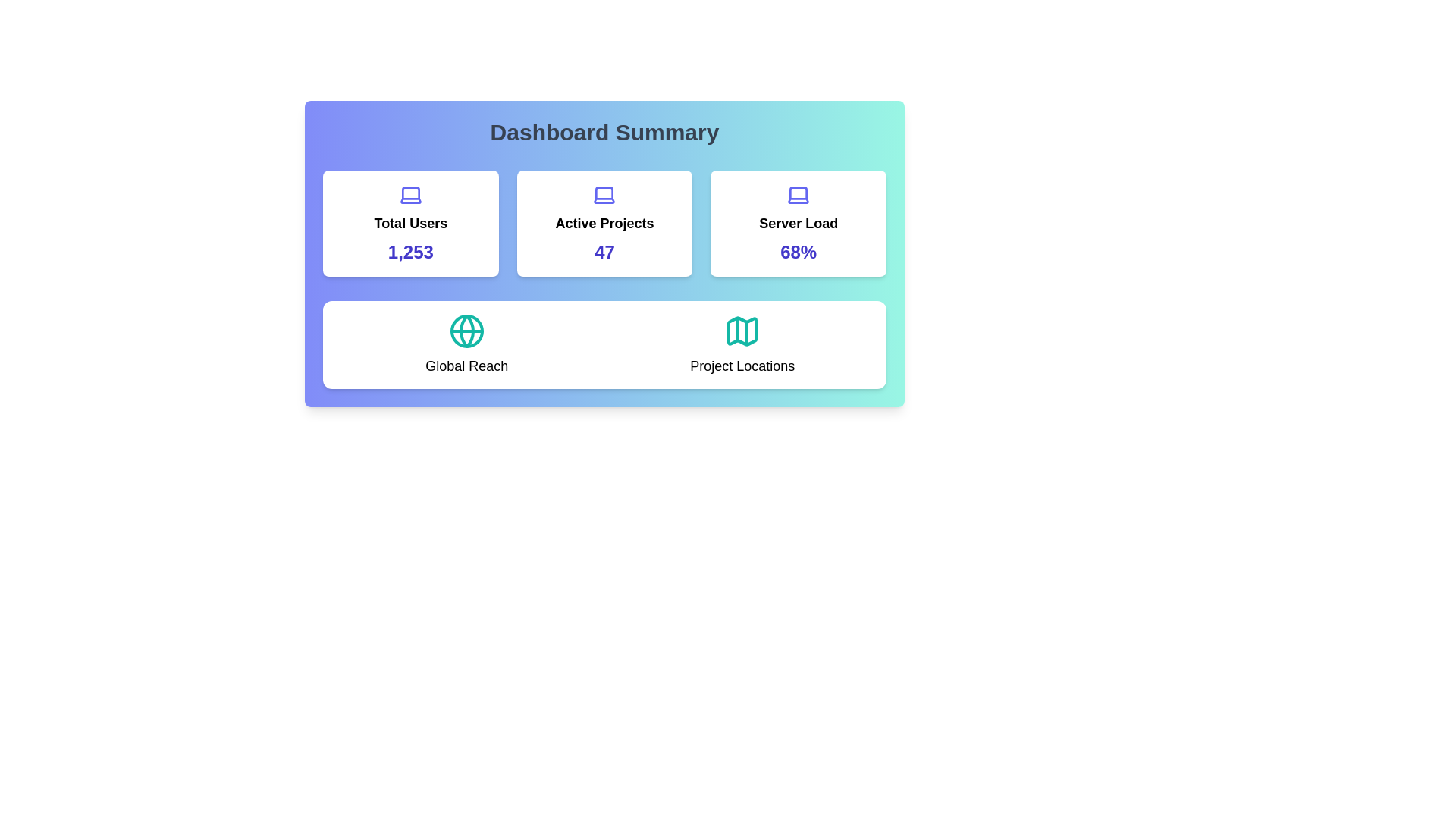 The width and height of the screenshot is (1456, 819). I want to click on the 'Project Locations' icon located at the bottom-right corner of the dashboard, positioned above the text label 'Project Locations', so click(742, 330).